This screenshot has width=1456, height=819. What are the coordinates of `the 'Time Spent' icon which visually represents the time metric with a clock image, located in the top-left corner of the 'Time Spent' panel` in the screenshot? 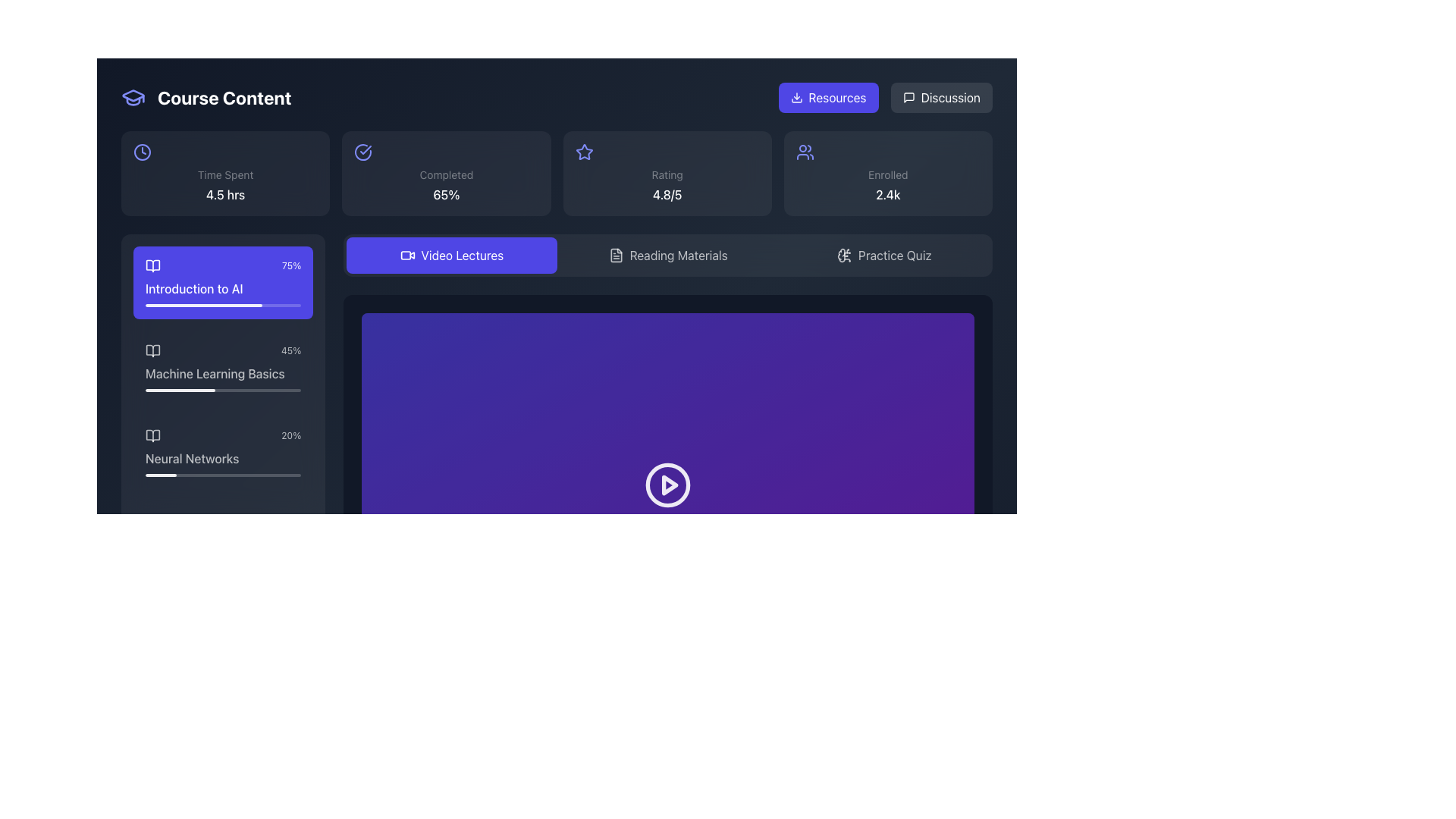 It's located at (142, 152).